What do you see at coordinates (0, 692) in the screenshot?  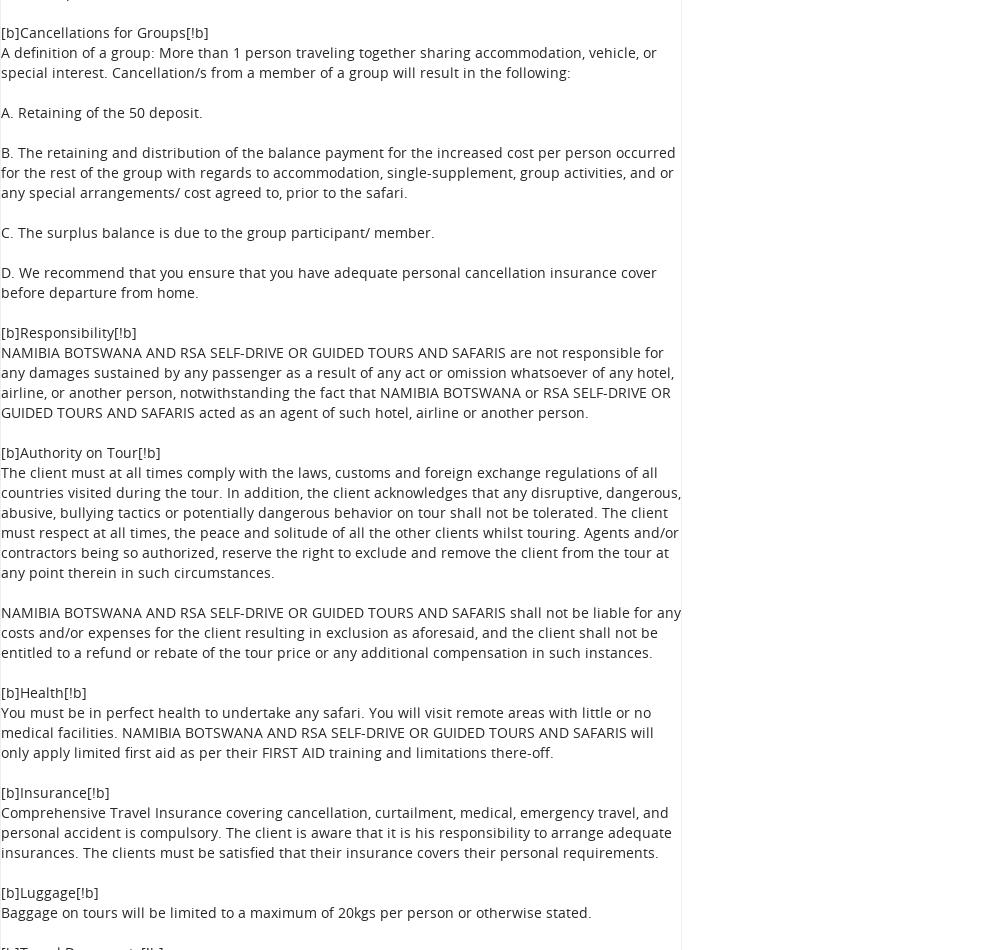 I see `'[b]Health[!b]'` at bounding box center [0, 692].